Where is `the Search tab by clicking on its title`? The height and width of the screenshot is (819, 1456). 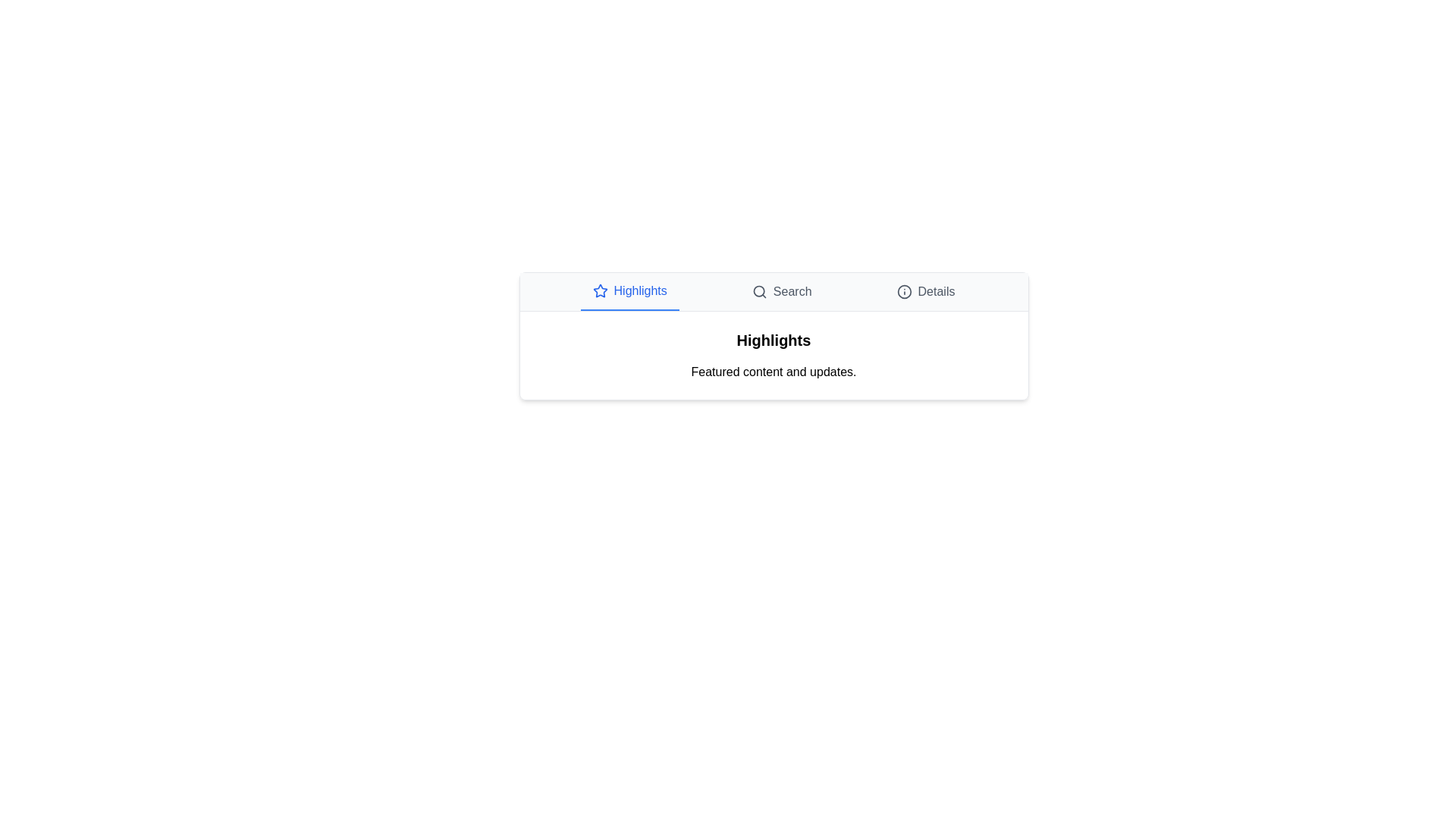 the Search tab by clicking on its title is located at coordinates (782, 292).